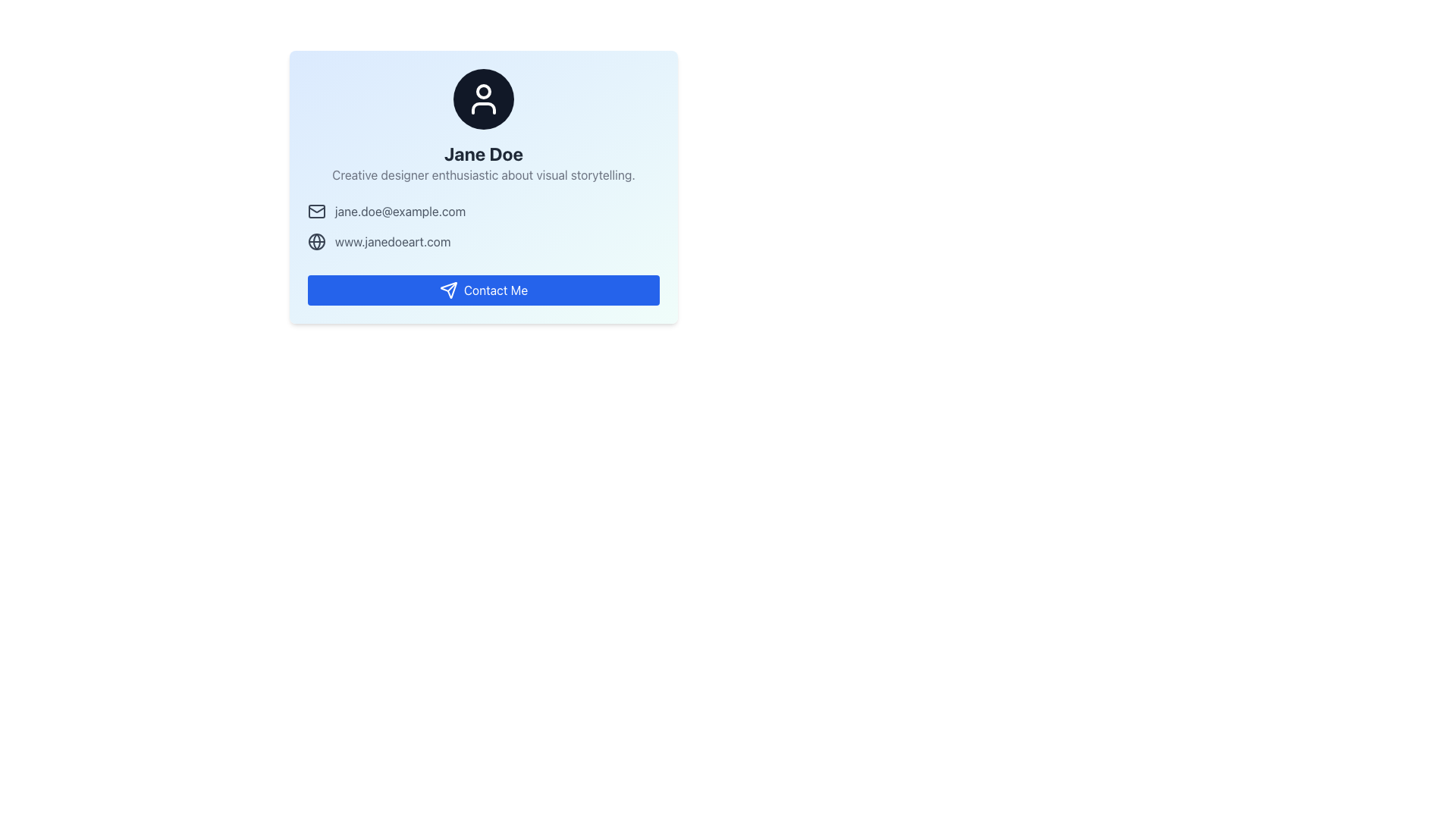 The height and width of the screenshot is (819, 1456). Describe the element at coordinates (315, 241) in the screenshot. I see `the graphic/icon located to the left of the text 'www.janedoeart.com', which serves as a visual indicator for the website URL` at that location.